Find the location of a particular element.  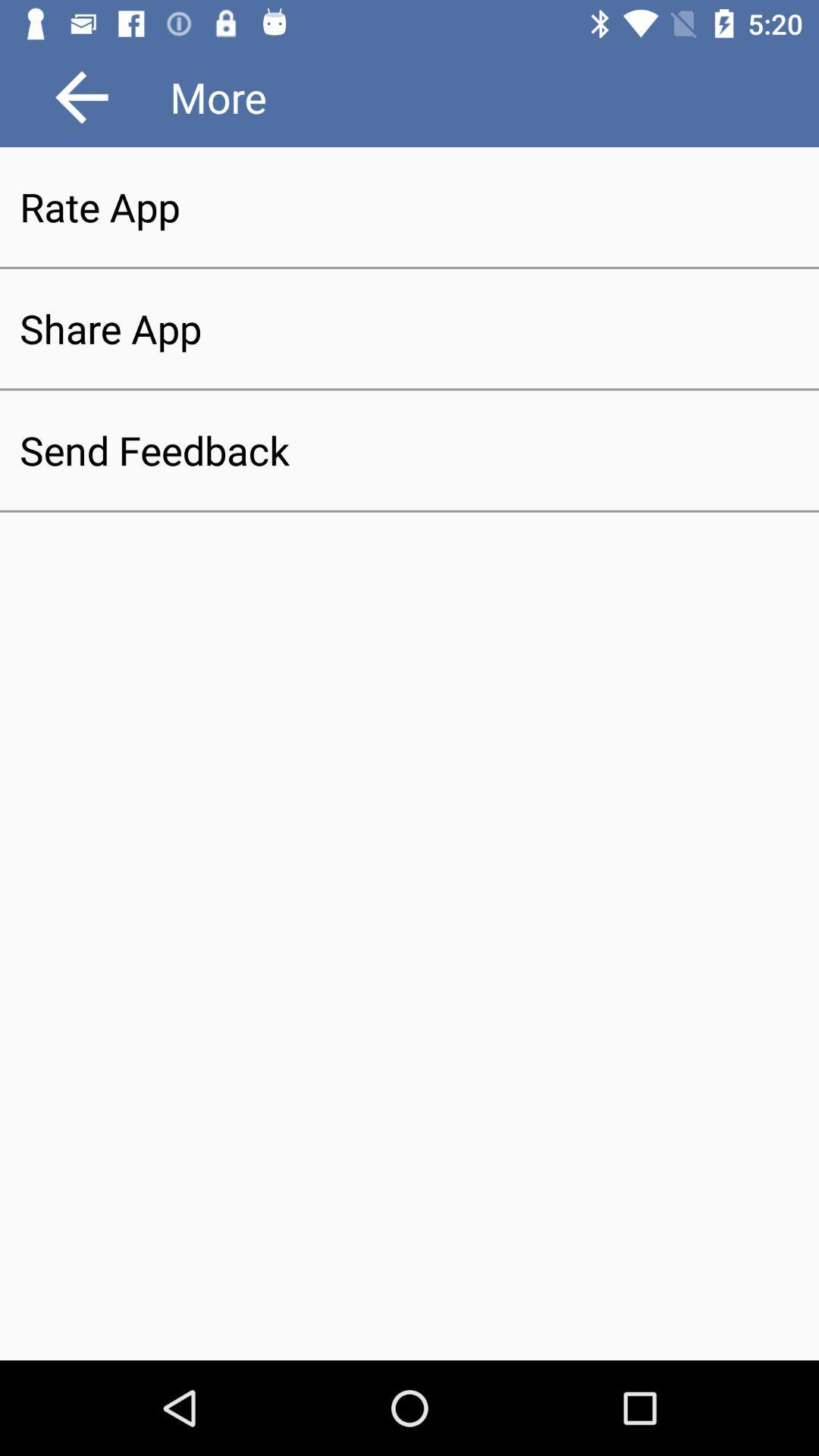

the arrow_backward icon is located at coordinates (82, 96).